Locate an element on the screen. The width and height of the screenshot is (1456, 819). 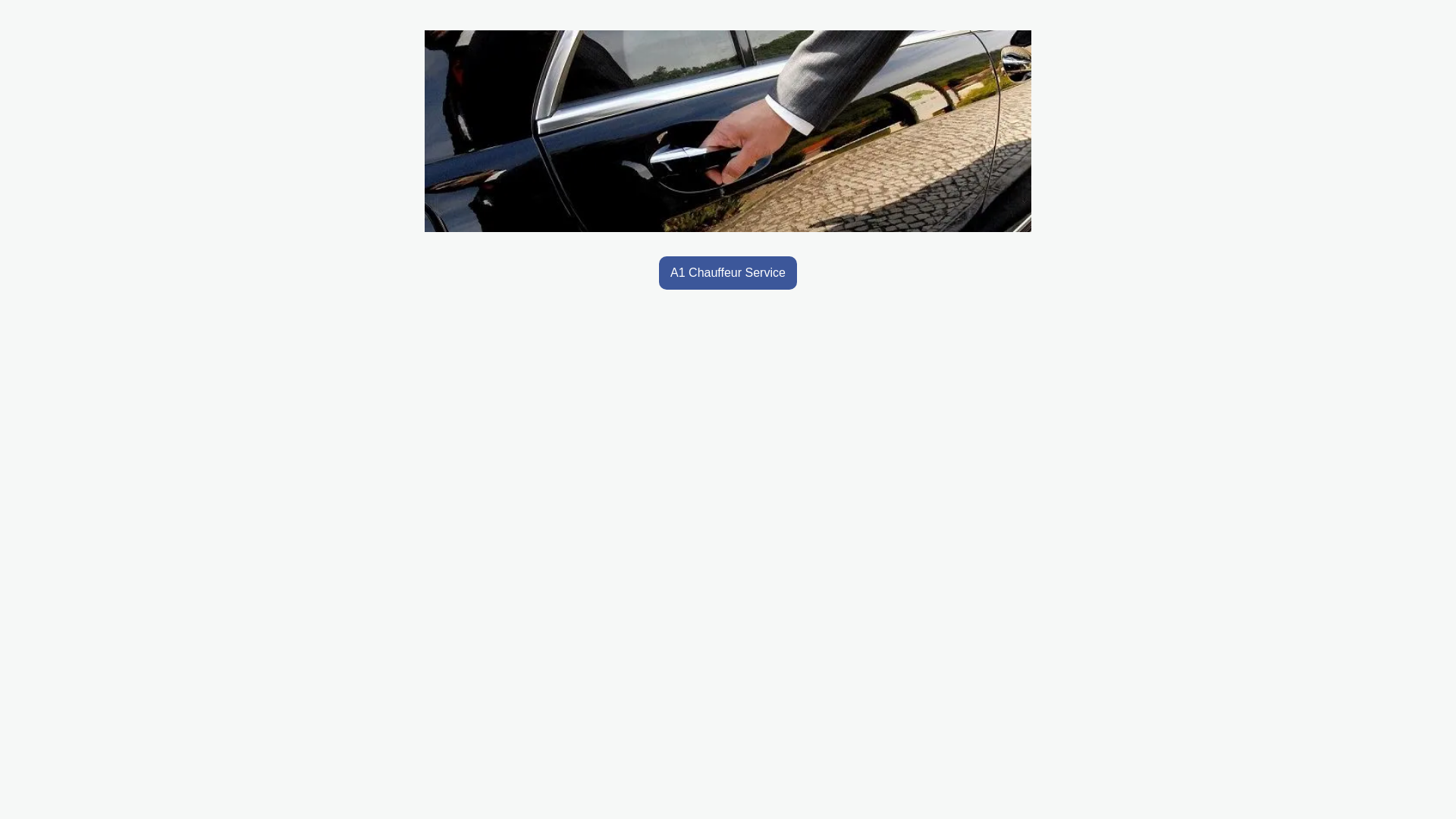
'A1 Chauffeur Service' is located at coordinates (658, 271).